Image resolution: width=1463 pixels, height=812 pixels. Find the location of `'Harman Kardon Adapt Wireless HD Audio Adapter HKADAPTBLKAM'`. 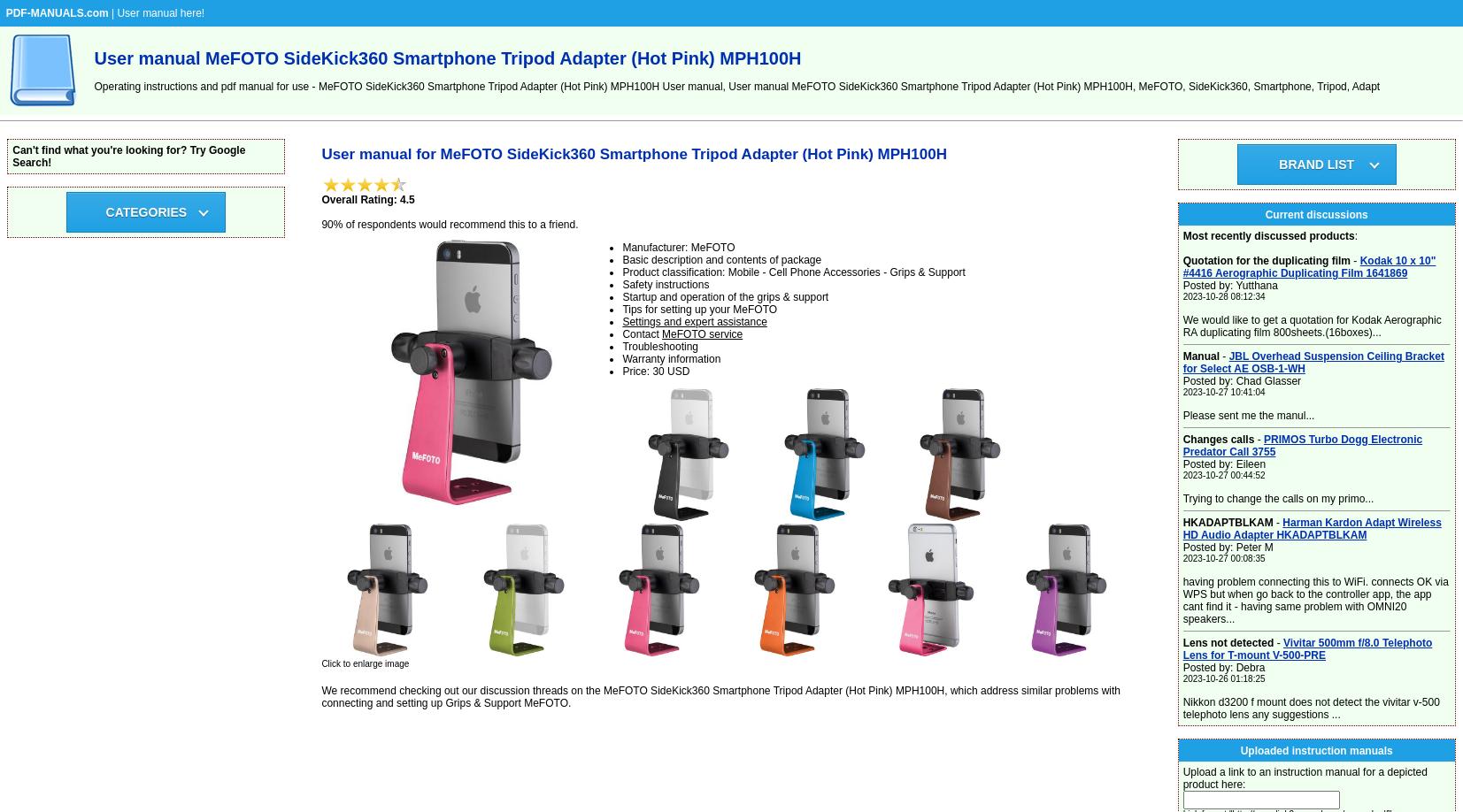

'Harman Kardon Adapt Wireless HD Audio Adapter HKADAPTBLKAM' is located at coordinates (1312, 527).